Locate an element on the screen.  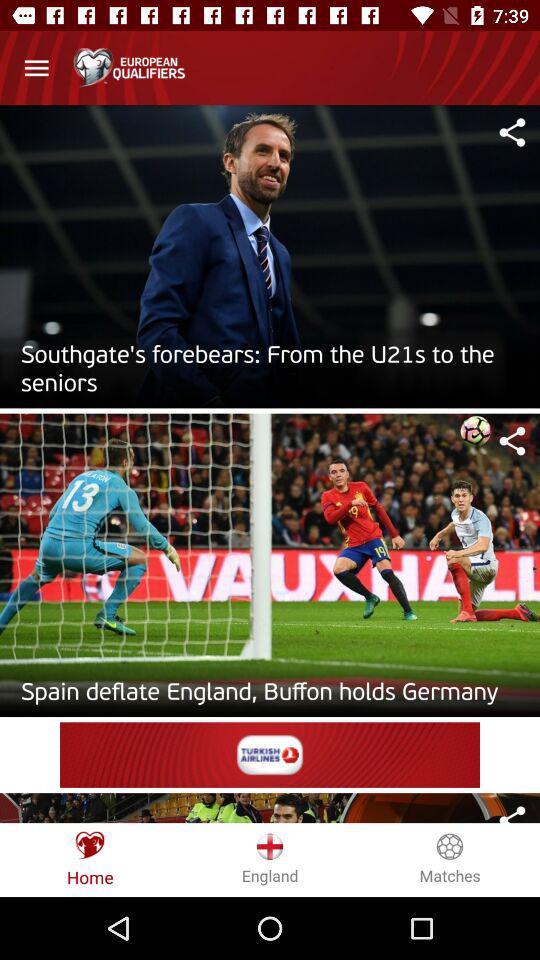
share the article is located at coordinates (512, 441).